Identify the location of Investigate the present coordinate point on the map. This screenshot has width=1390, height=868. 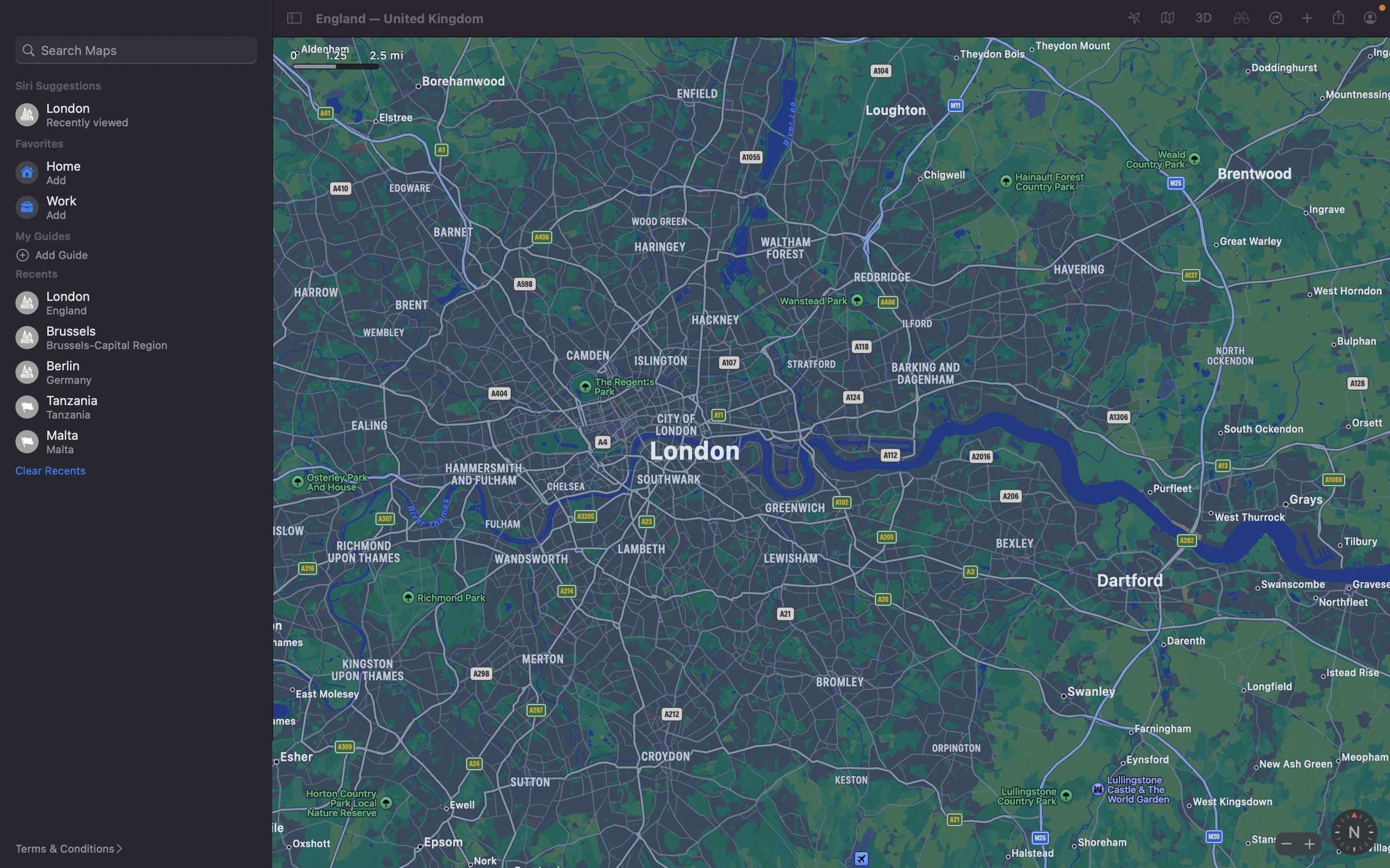
(1241, 18).